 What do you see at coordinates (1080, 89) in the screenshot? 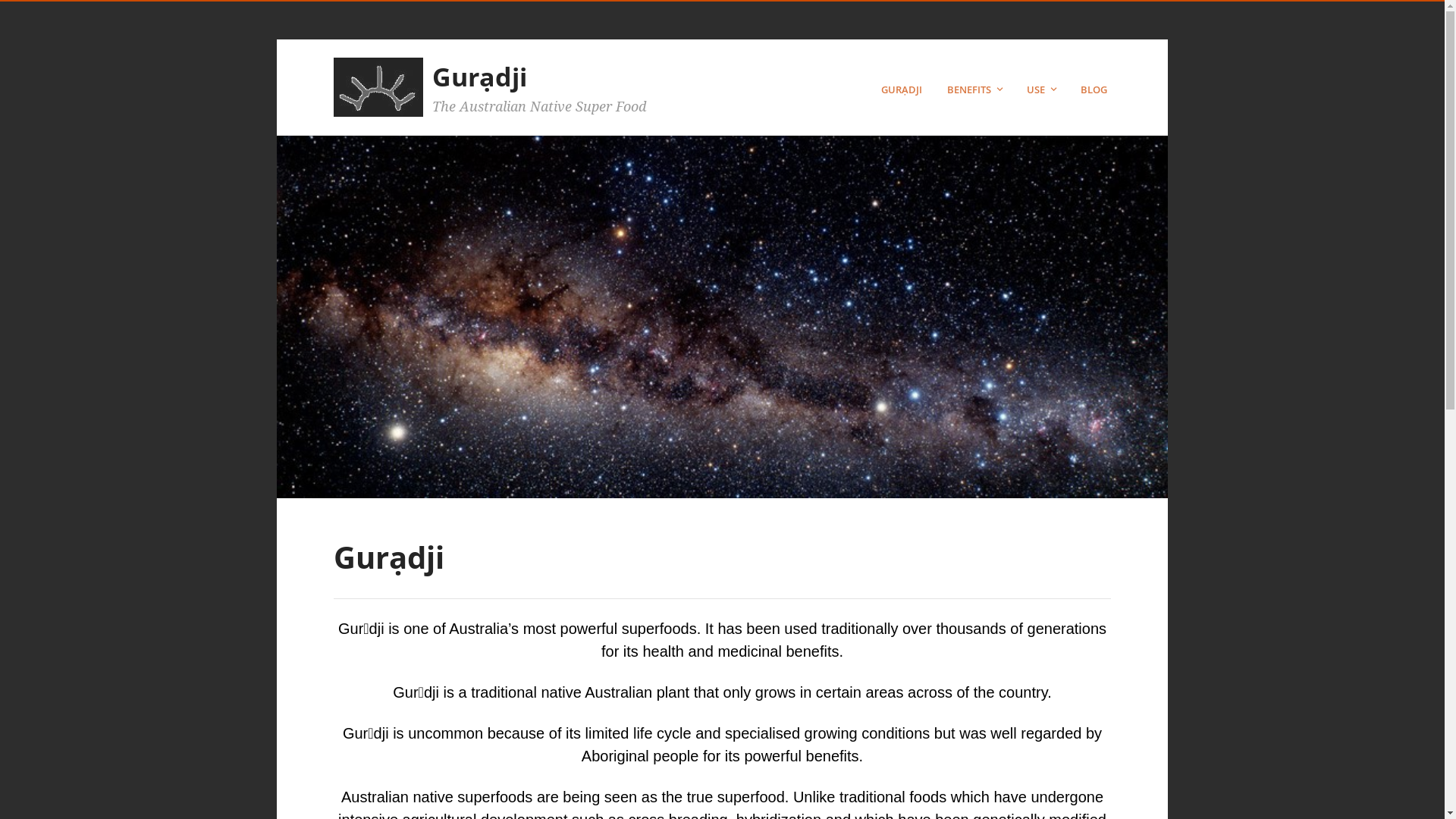
I see `'BLOG'` at bounding box center [1080, 89].